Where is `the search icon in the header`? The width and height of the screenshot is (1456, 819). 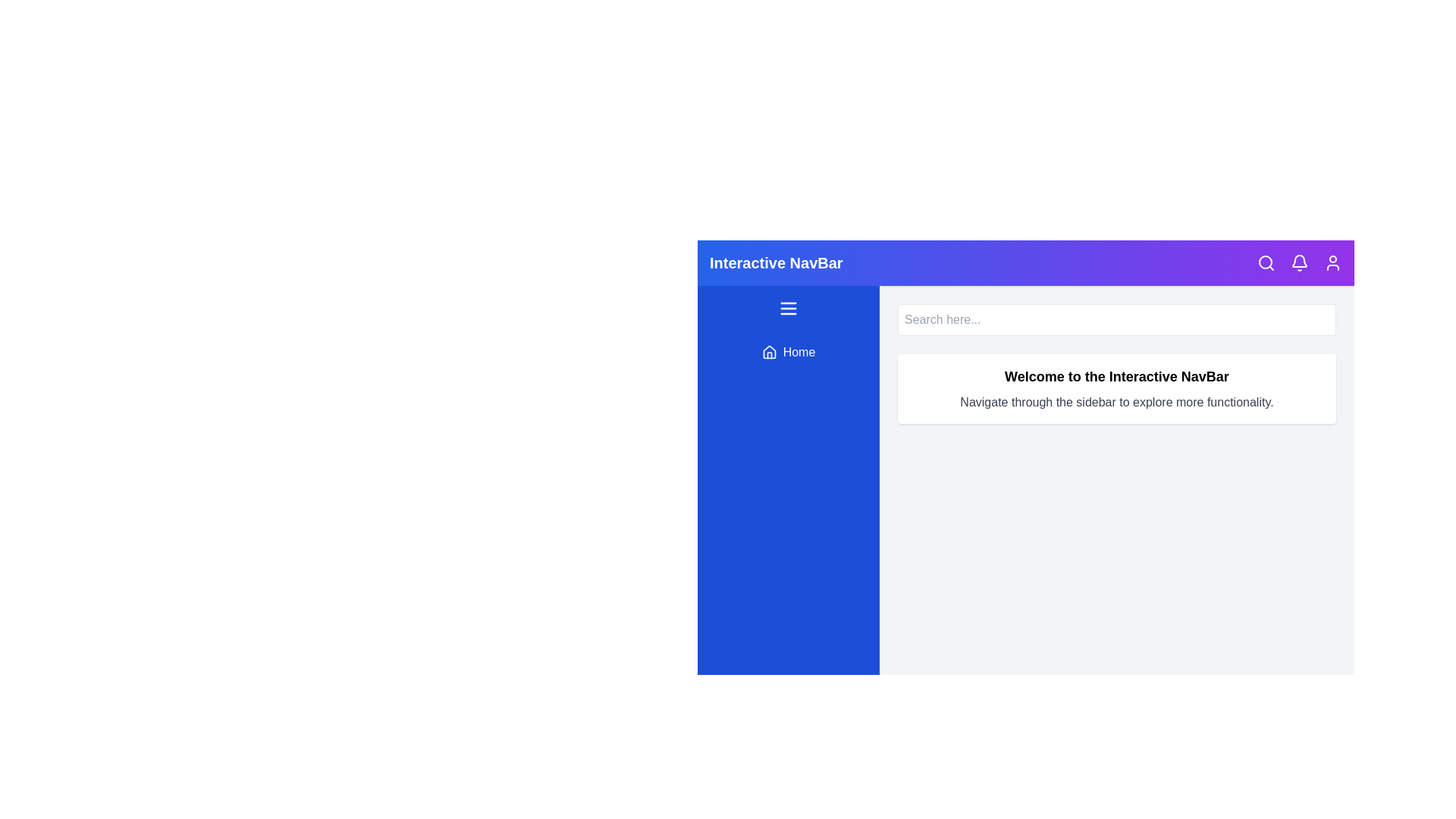 the search icon in the header is located at coordinates (1266, 262).